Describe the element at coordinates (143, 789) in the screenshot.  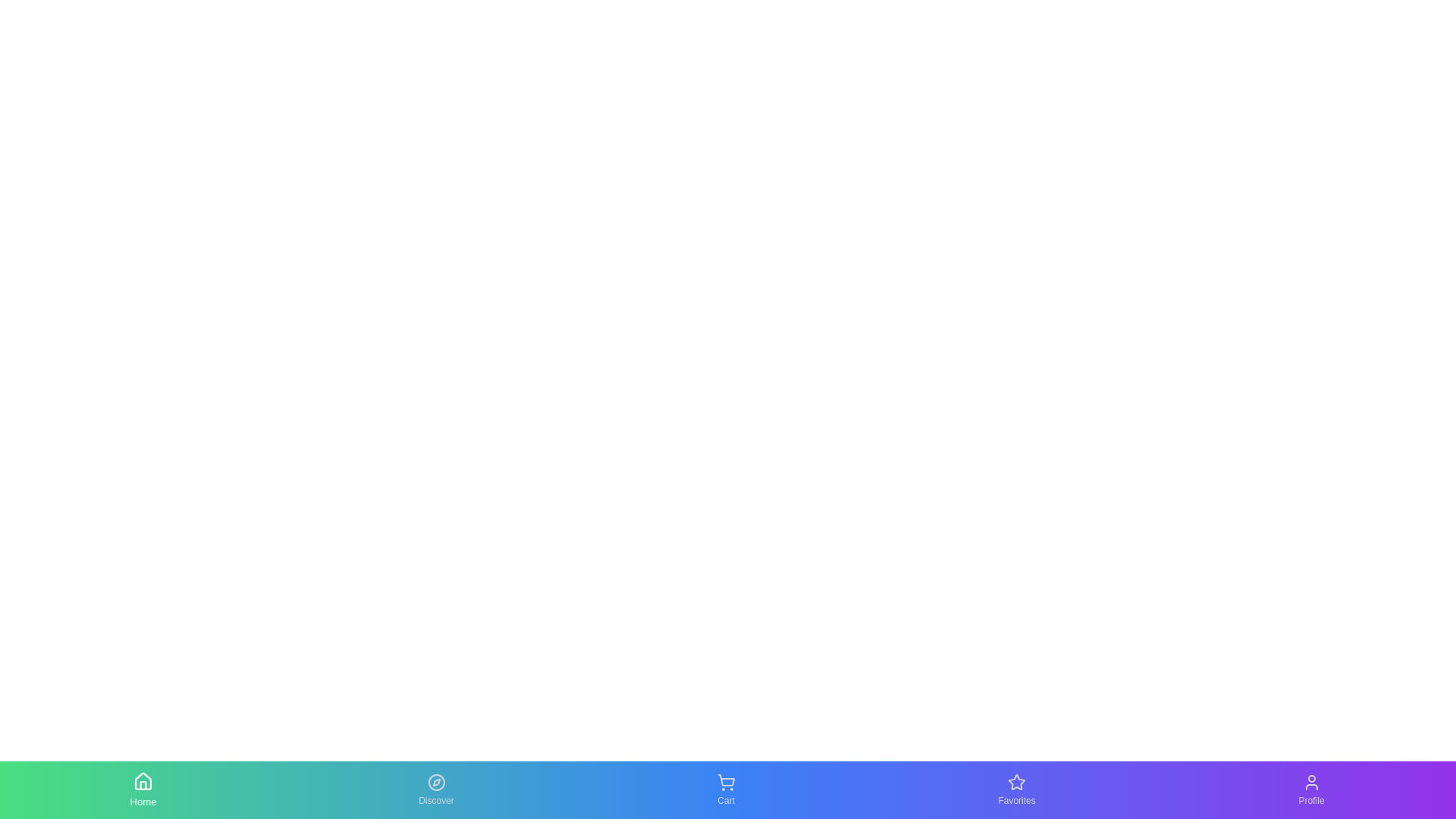
I see `the Home tab by clicking on its icon or label` at that location.